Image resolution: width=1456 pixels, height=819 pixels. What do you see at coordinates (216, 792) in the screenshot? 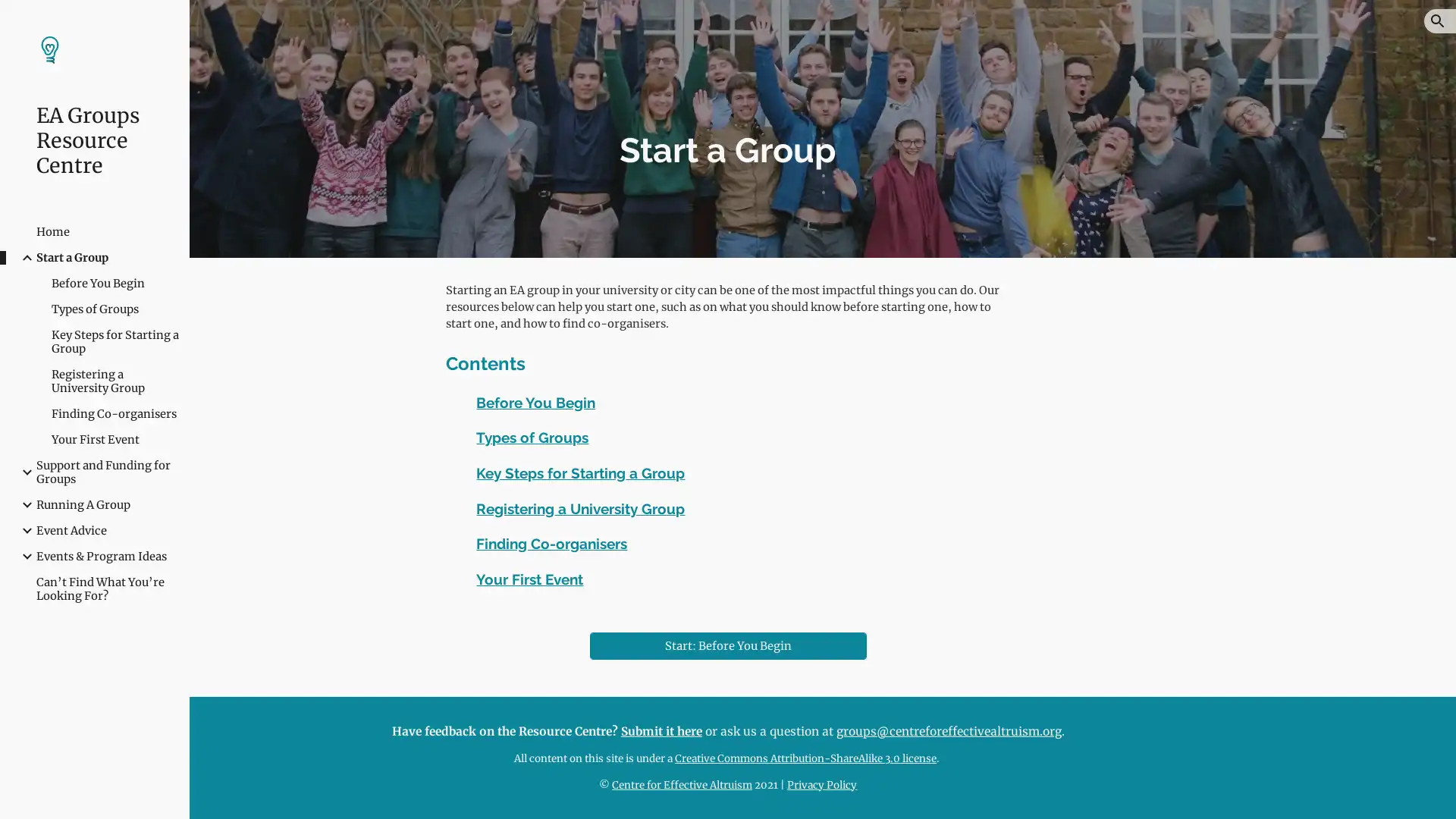
I see `Site actions` at bounding box center [216, 792].